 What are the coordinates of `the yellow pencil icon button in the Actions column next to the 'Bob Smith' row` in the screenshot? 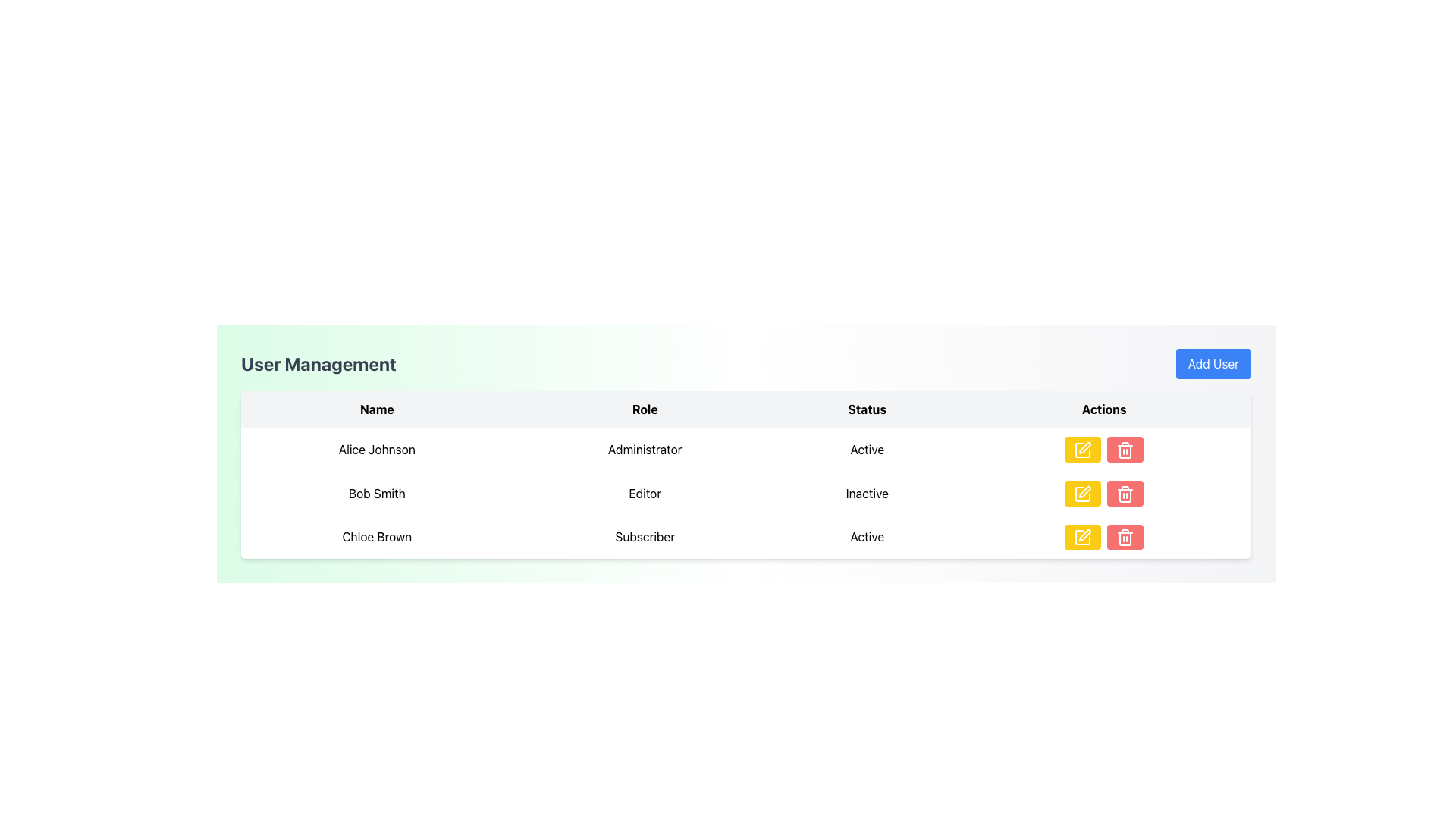 It's located at (1082, 449).